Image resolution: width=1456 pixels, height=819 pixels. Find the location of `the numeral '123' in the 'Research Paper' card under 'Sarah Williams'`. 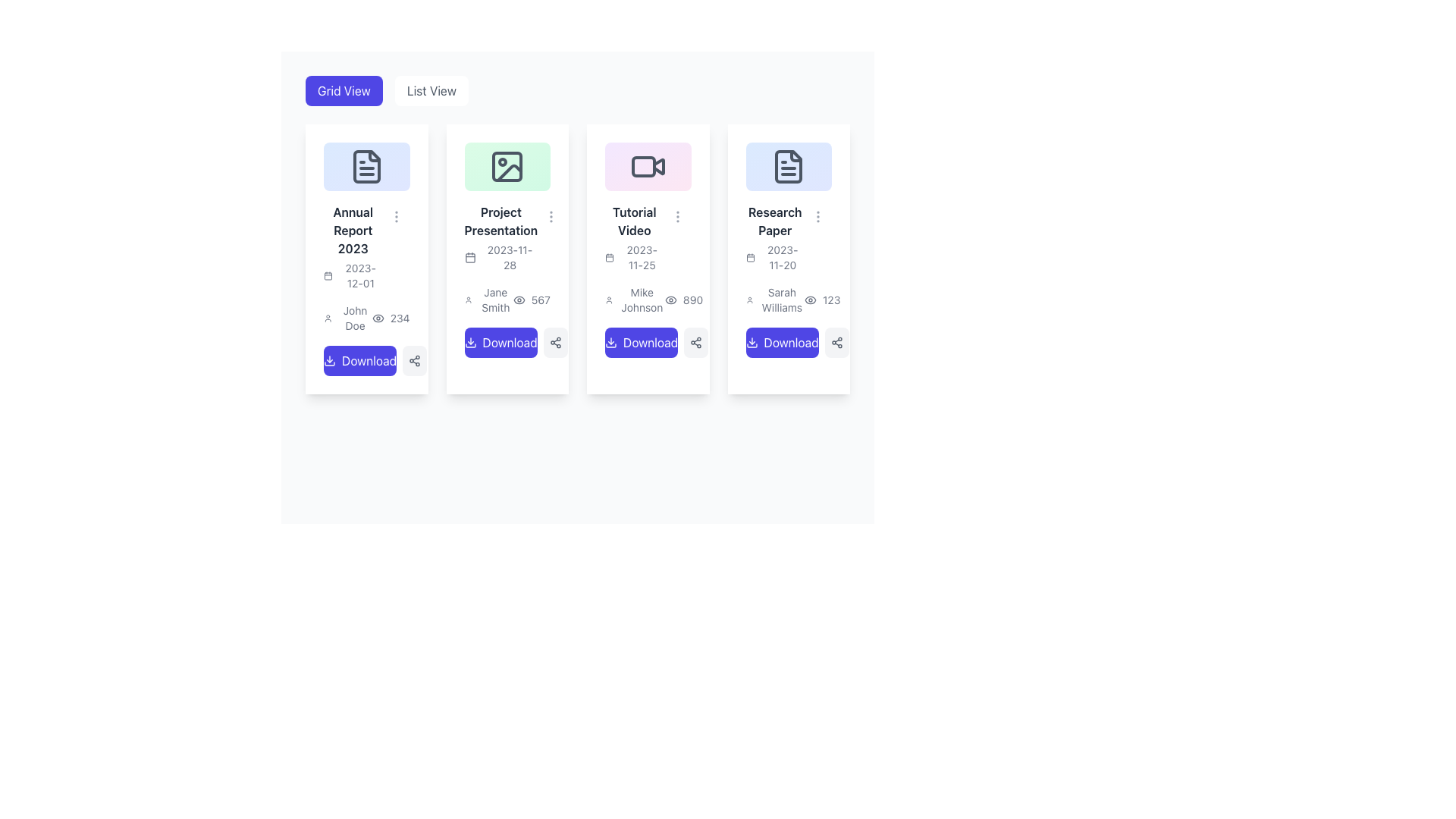

the numeral '123' in the 'Research Paper' card under 'Sarah Williams' is located at coordinates (821, 300).